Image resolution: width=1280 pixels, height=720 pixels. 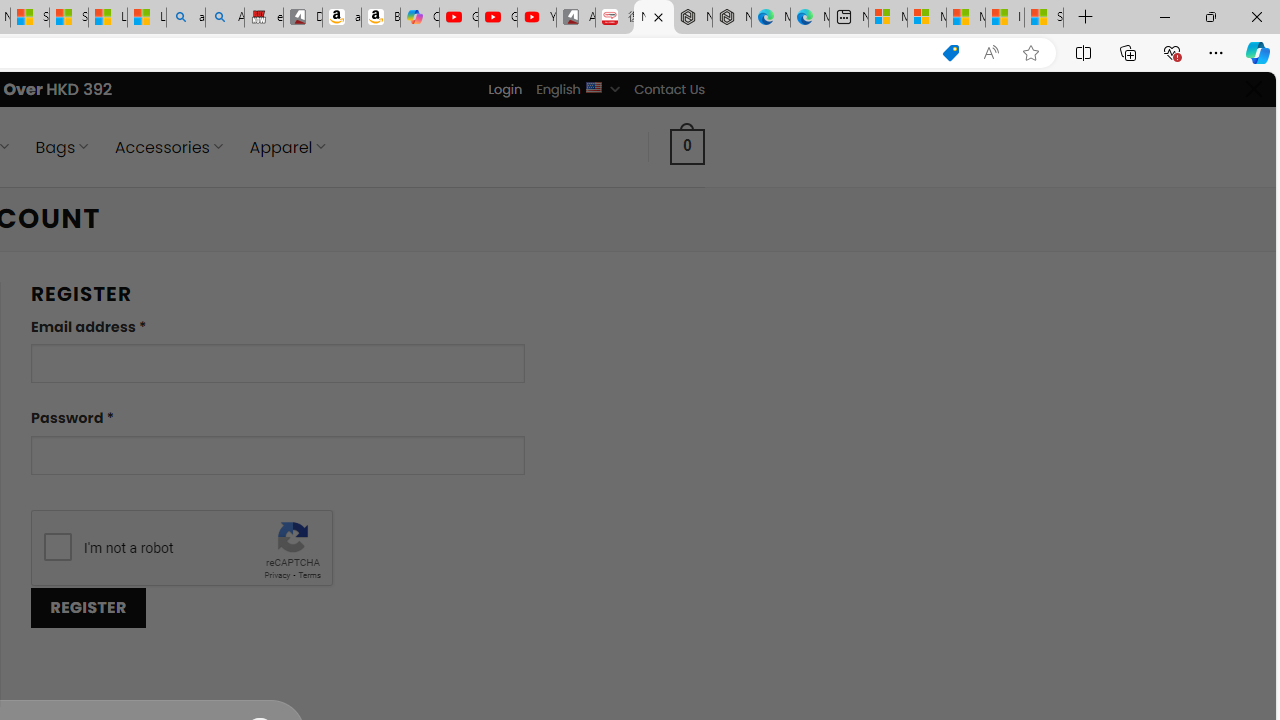 I want to click on 'English', so click(x=592, y=85).